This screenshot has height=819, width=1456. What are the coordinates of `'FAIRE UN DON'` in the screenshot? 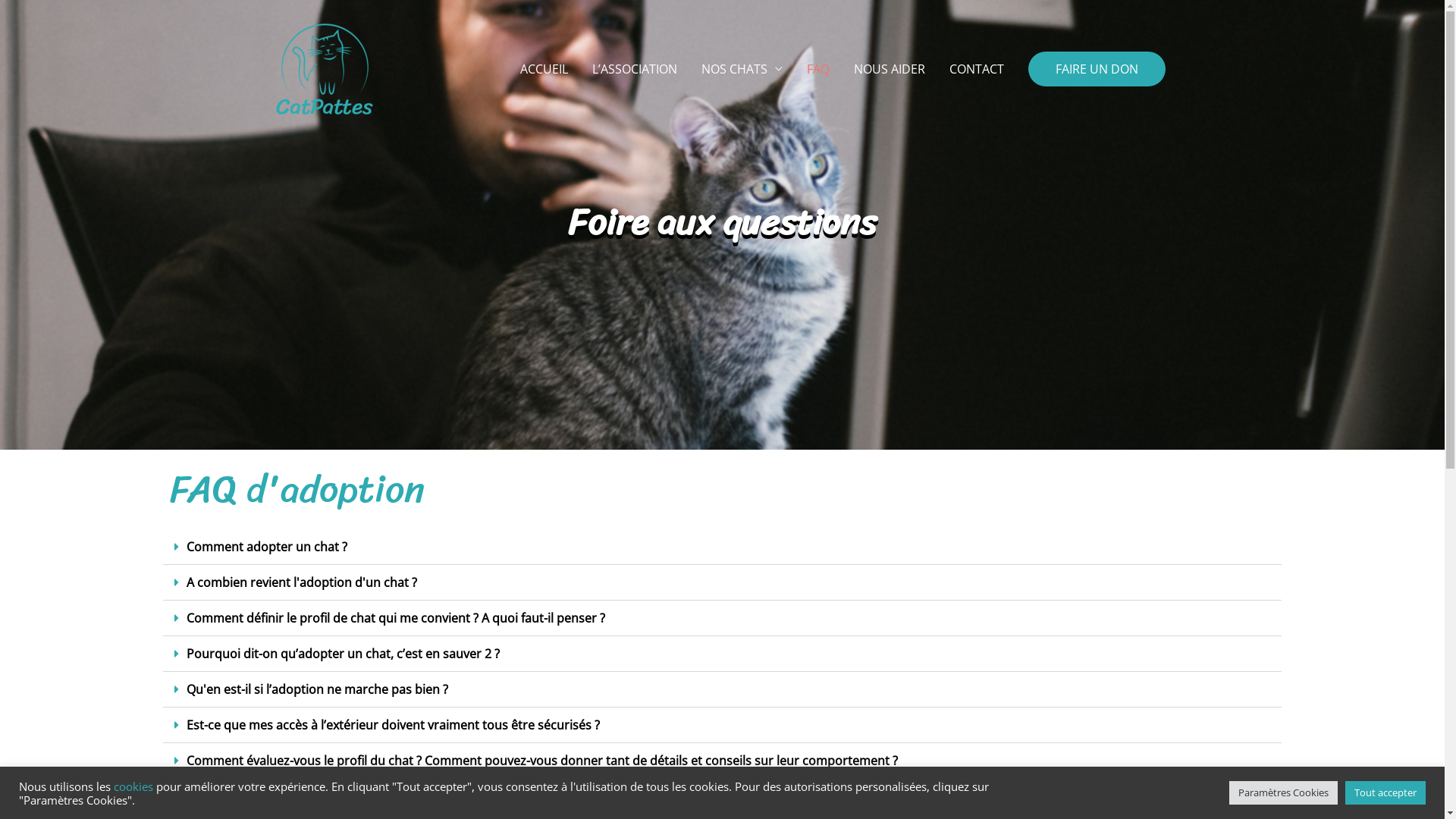 It's located at (1097, 69).